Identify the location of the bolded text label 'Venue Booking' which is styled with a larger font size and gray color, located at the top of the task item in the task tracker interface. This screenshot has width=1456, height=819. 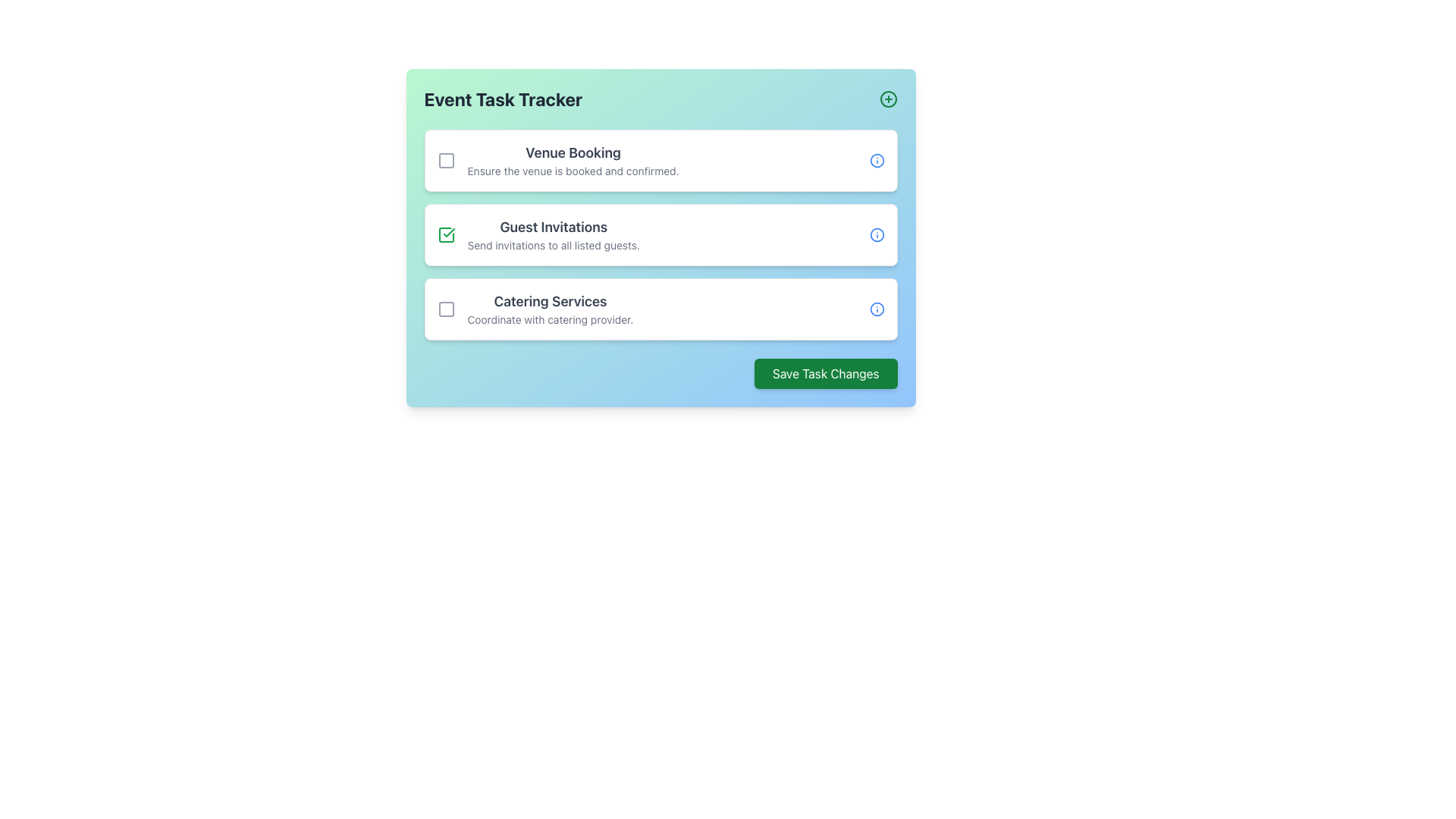
(573, 152).